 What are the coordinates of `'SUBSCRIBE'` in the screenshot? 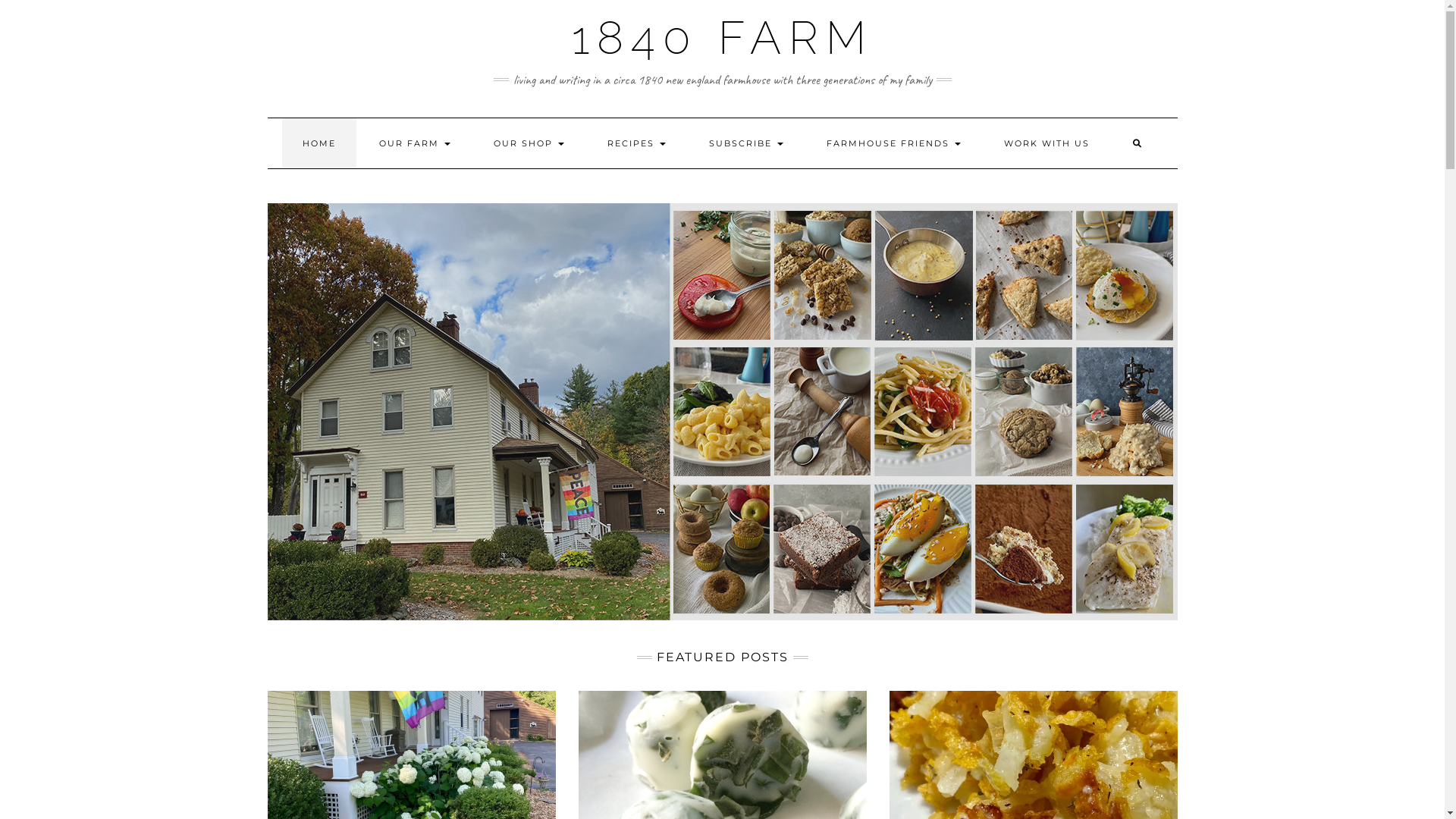 It's located at (745, 143).